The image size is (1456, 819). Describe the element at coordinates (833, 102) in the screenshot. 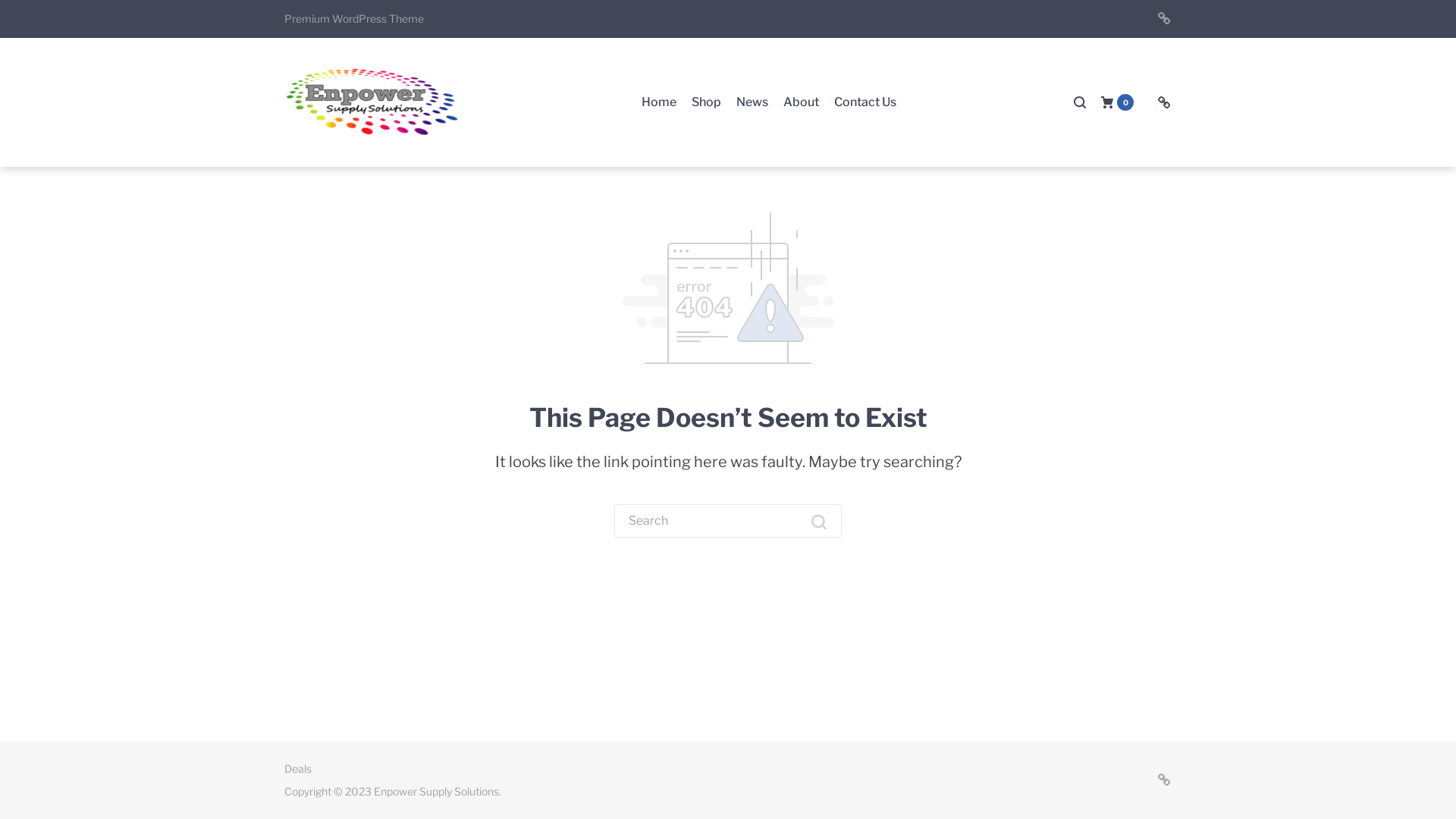

I see `'Contact Us'` at that location.